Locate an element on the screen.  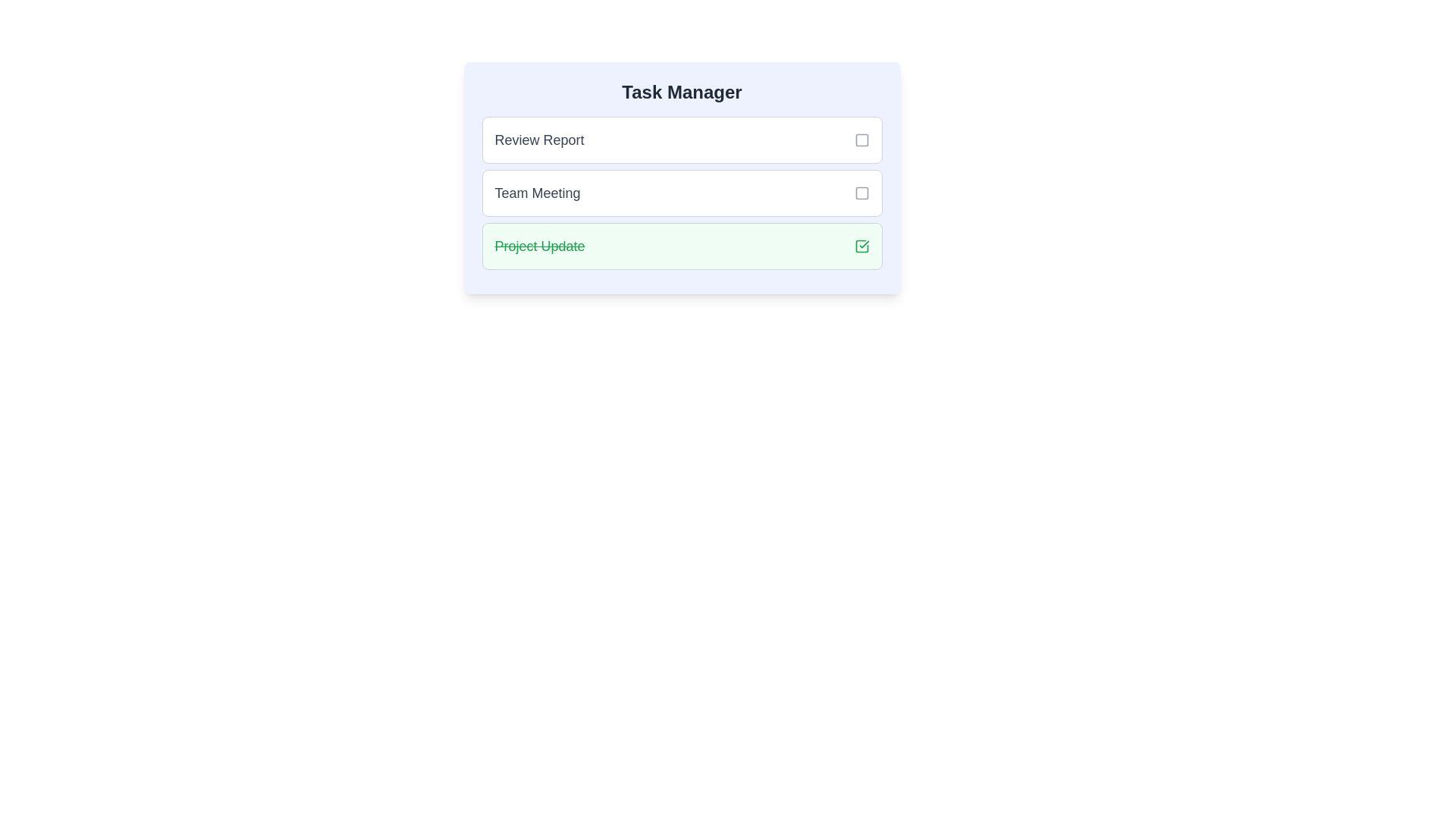
the checkbox or icon associated with the 'Team Meeting' task is located at coordinates (861, 192).